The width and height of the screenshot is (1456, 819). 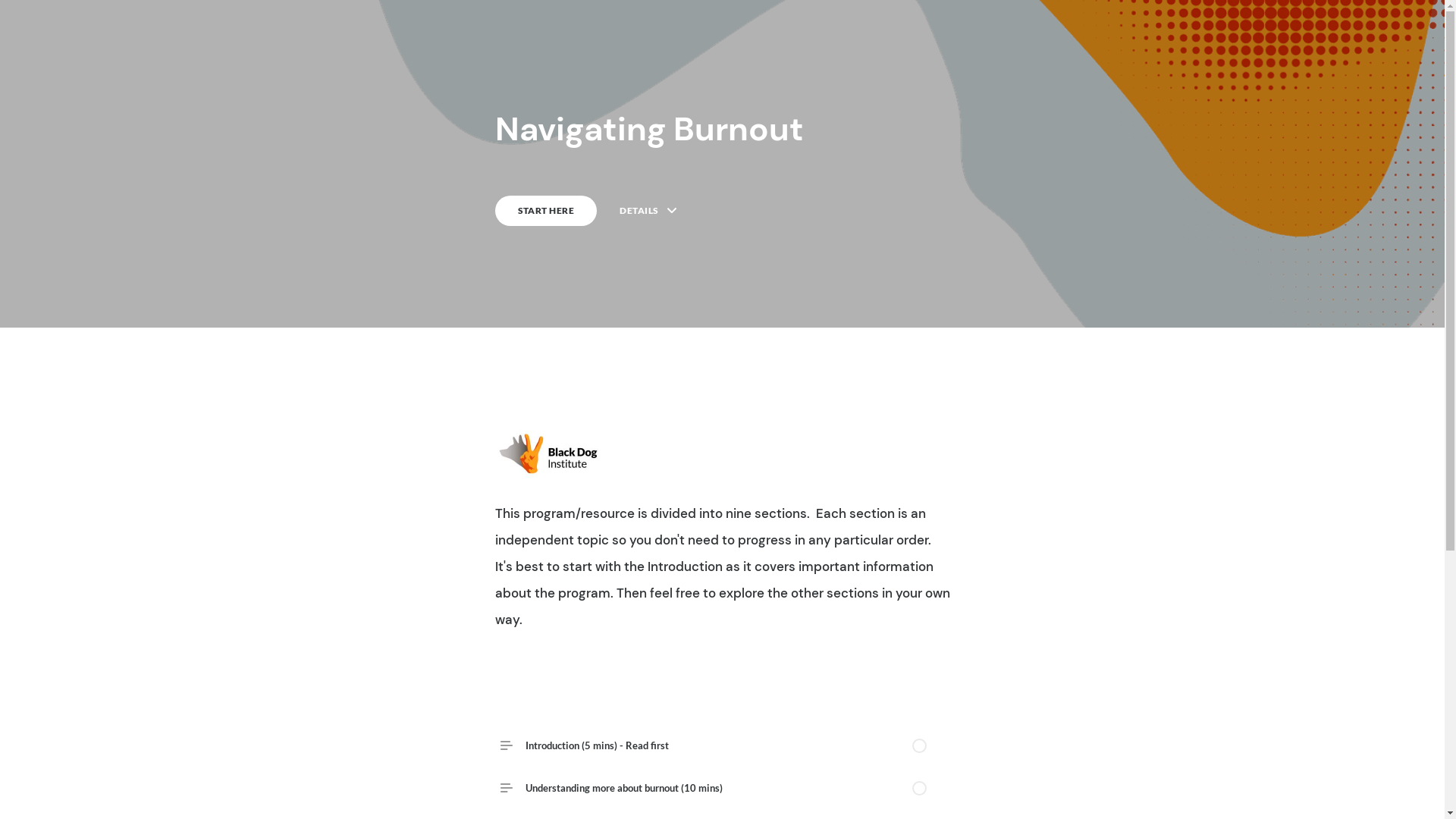 I want to click on 'DETAILSMORECARET POINTING DOWN', so click(x=619, y=210).